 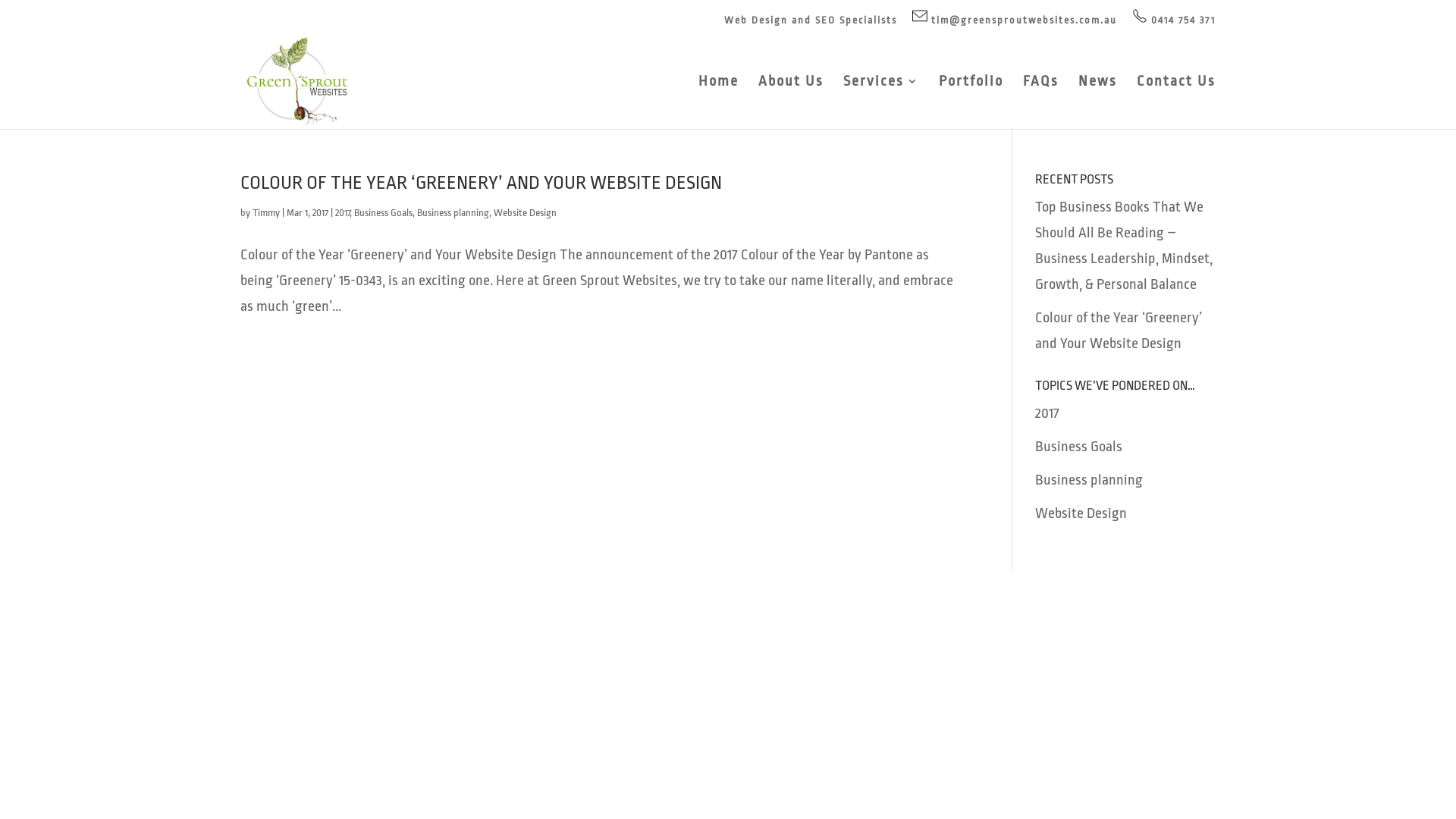 I want to click on 'News', so click(x=1097, y=102).